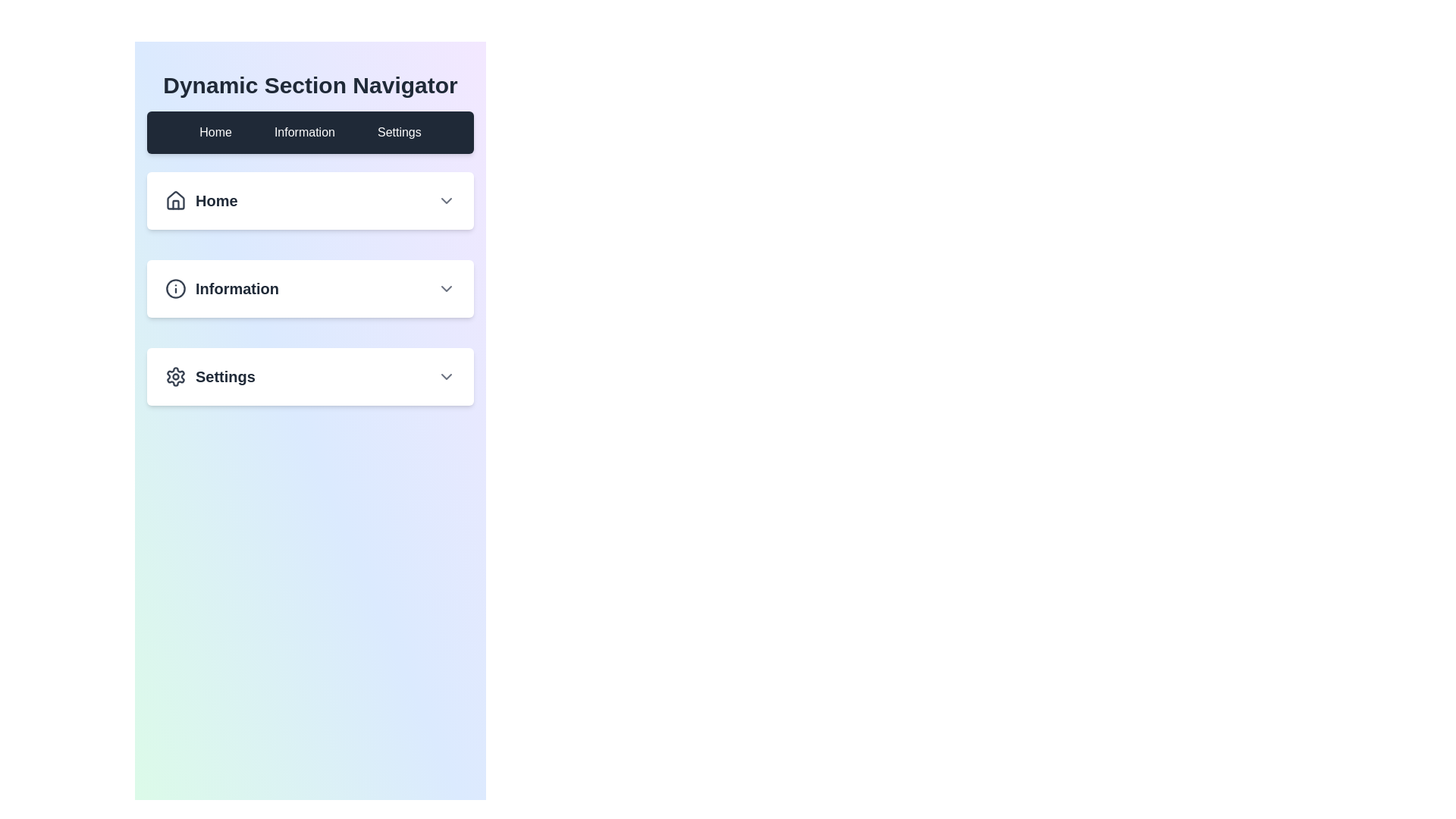  I want to click on the Icon button that serves as a visual indicator for accessing settings functionalities, located in the 'Settings' section adjacent to the 'Settings' label, so click(175, 376).